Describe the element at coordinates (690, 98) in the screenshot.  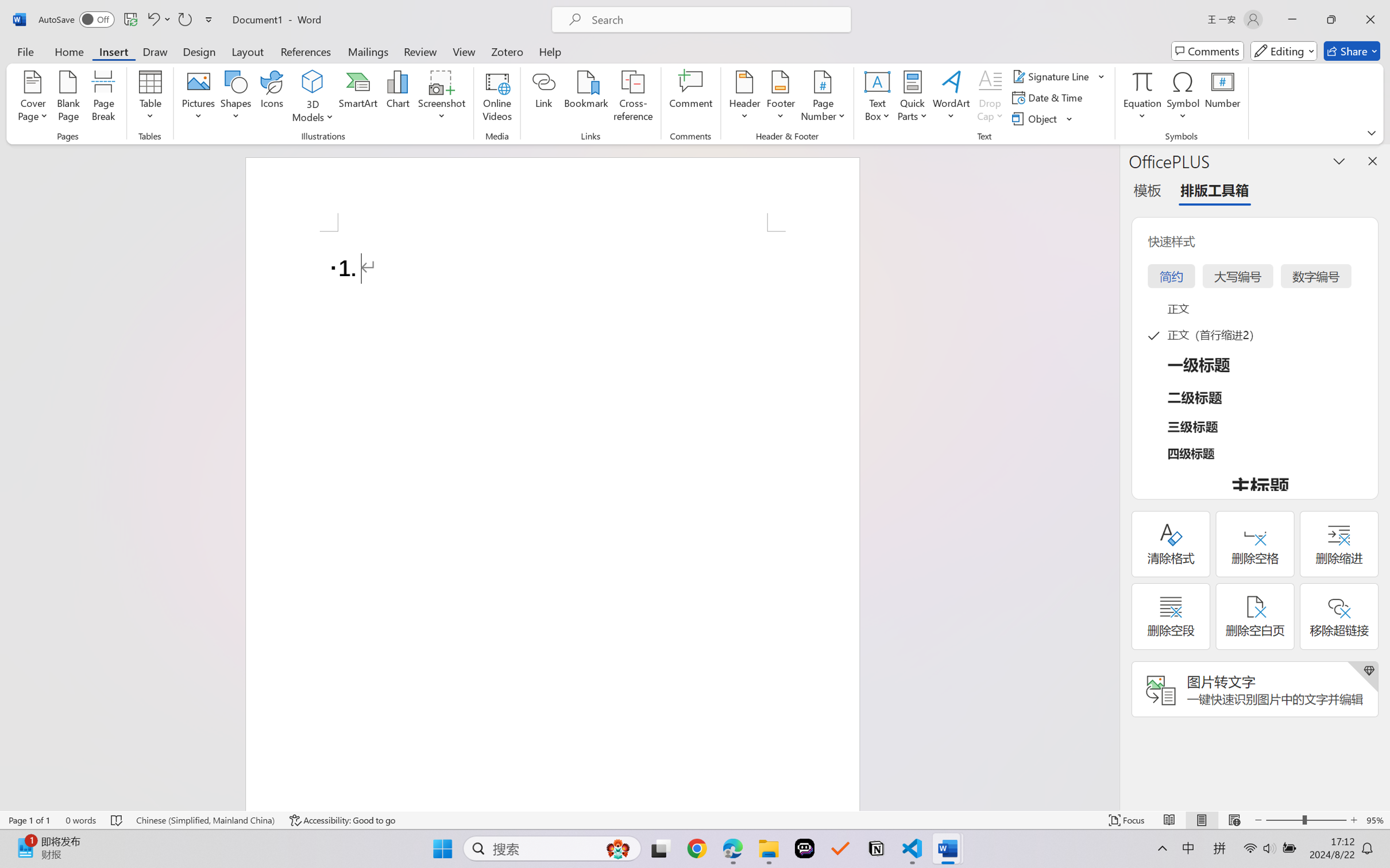
I see `'Comment'` at that location.